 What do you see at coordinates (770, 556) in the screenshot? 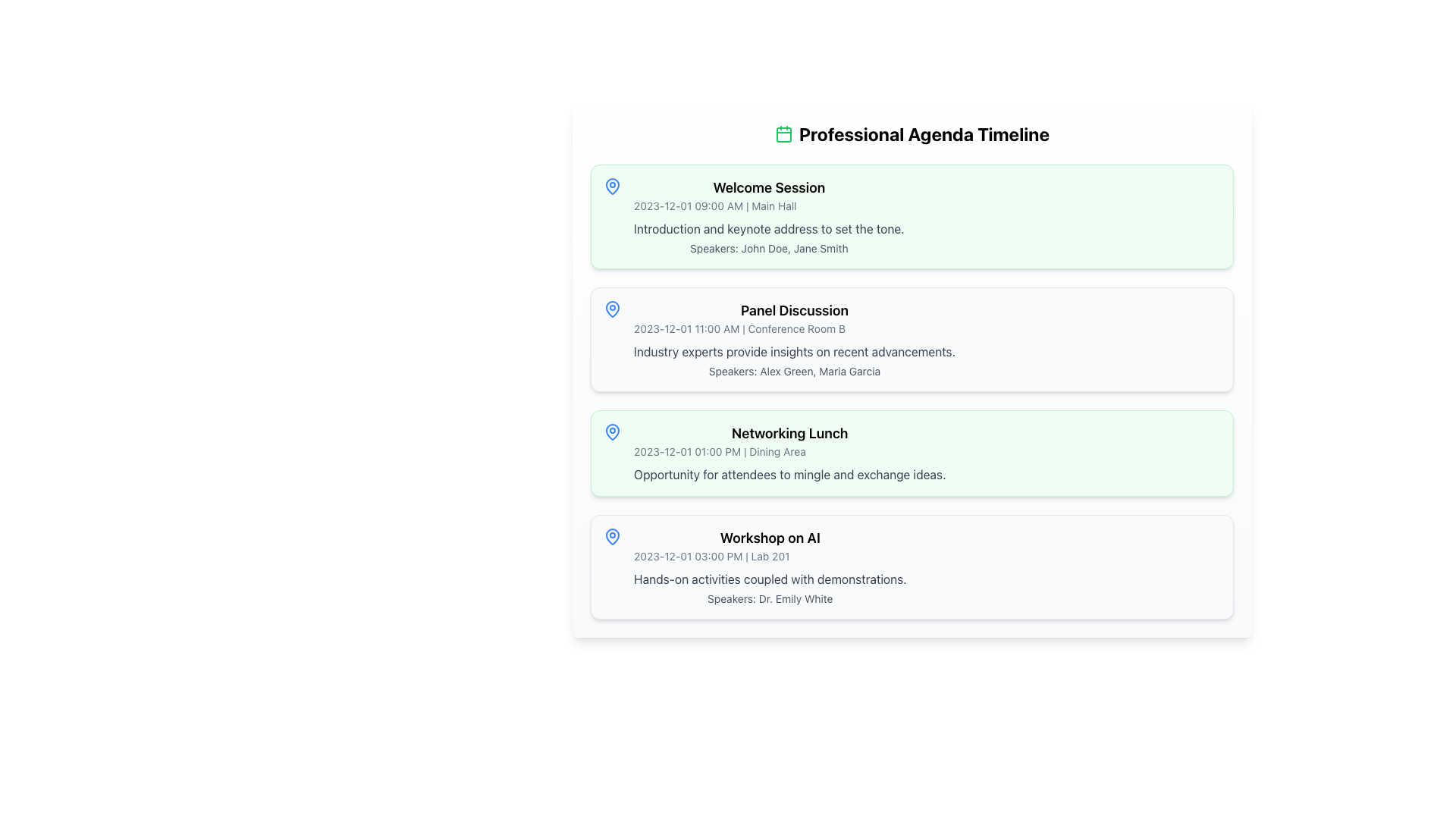
I see `the Text Label displaying '2023-12-01 03:00 PM | Lab 201', which is located beneath the 'Workshop on AI' title in the fourth card of the event list` at bounding box center [770, 556].